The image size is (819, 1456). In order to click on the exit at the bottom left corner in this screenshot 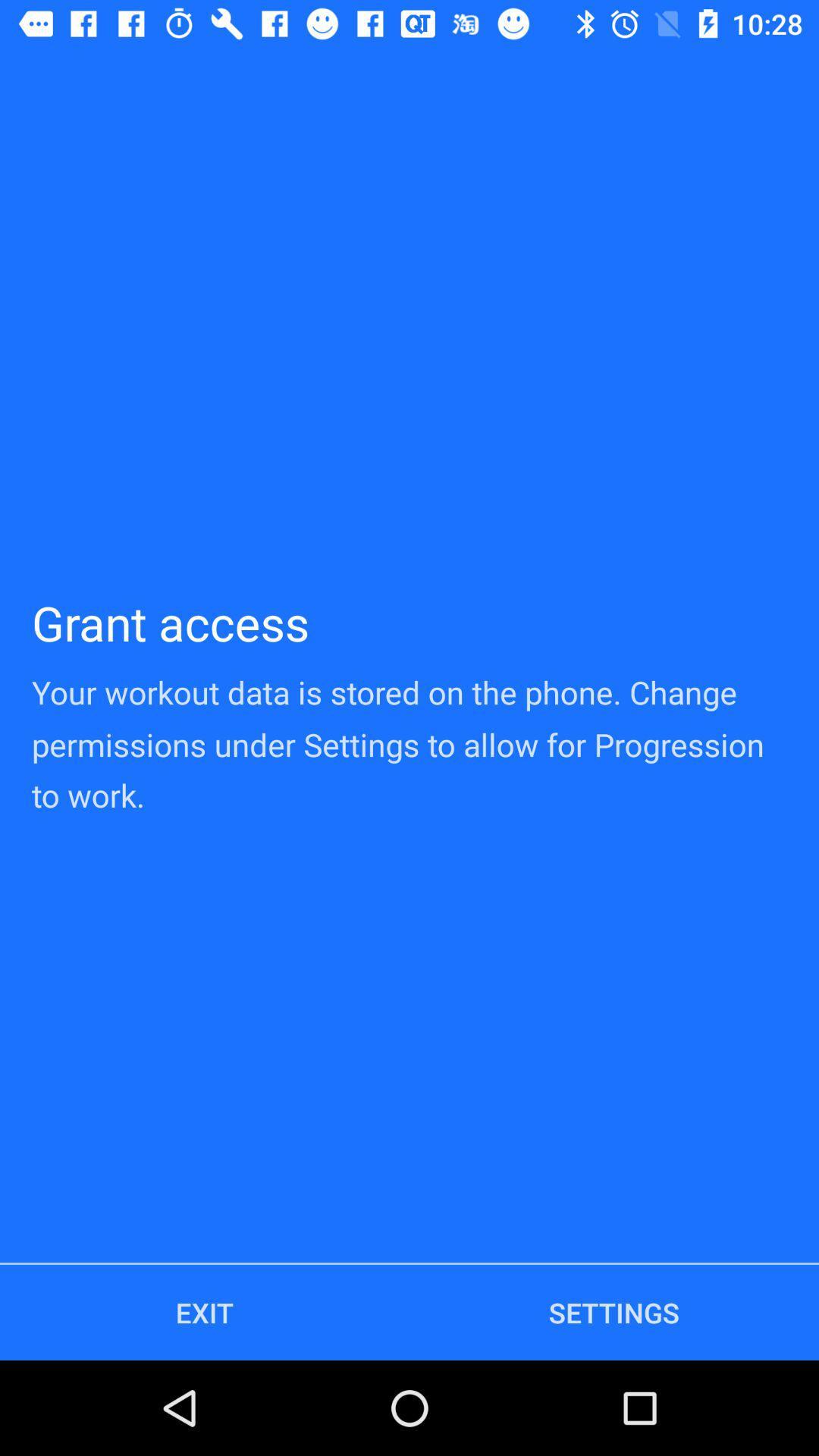, I will do `click(205, 1312)`.